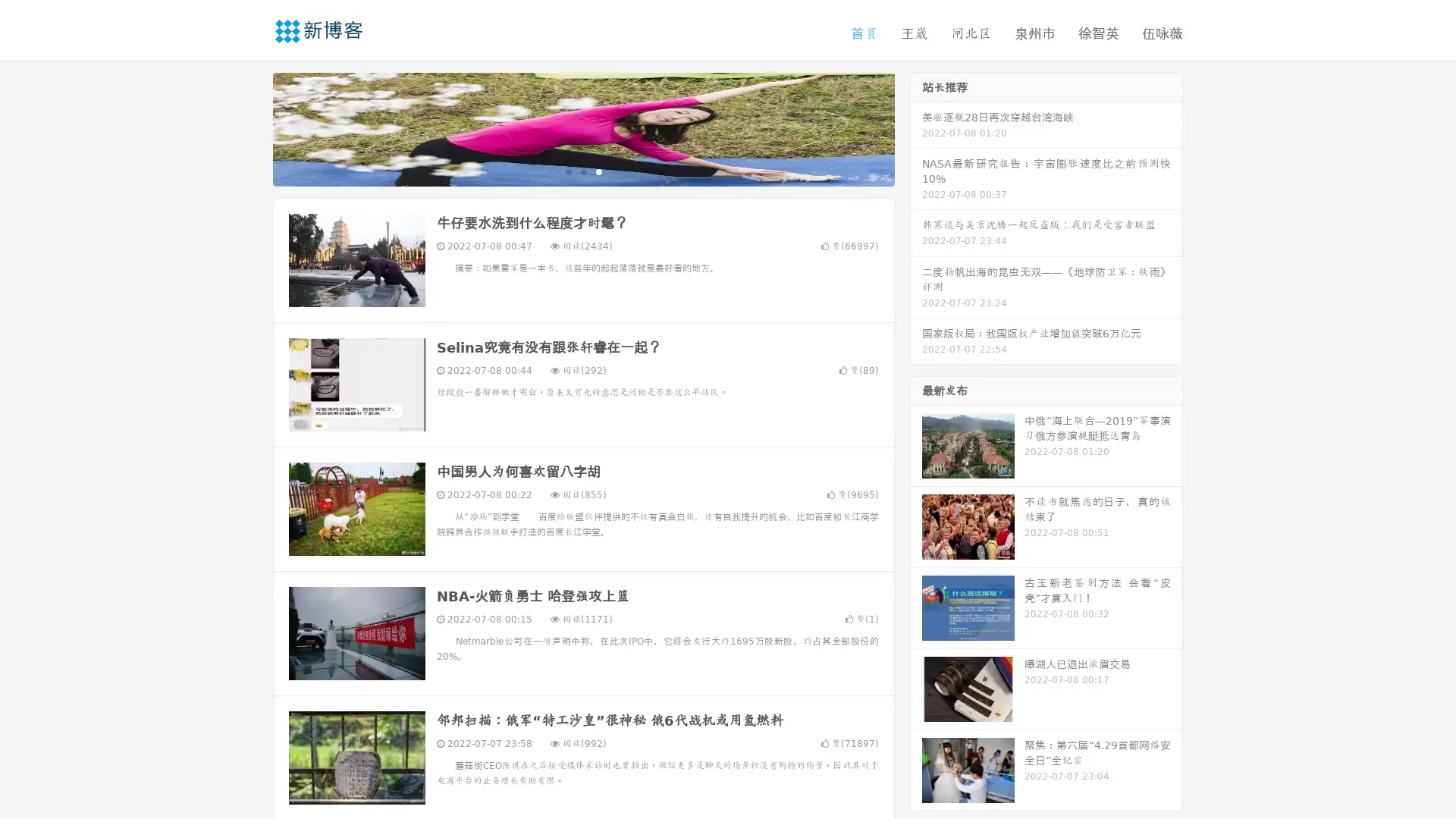 The image size is (1456, 819). I want to click on Go to slide 1, so click(567, 171).